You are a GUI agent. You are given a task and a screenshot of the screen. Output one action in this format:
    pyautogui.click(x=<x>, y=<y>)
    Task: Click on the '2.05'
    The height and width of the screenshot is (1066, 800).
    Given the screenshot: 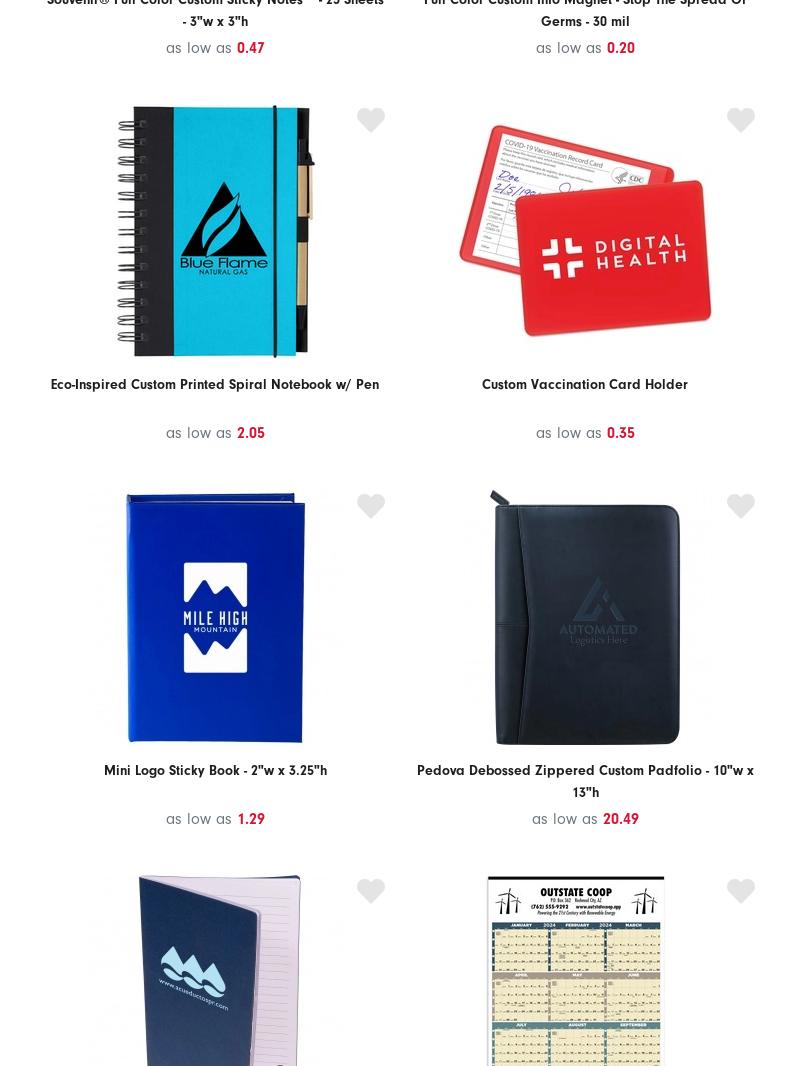 What is the action you would take?
    pyautogui.click(x=249, y=433)
    